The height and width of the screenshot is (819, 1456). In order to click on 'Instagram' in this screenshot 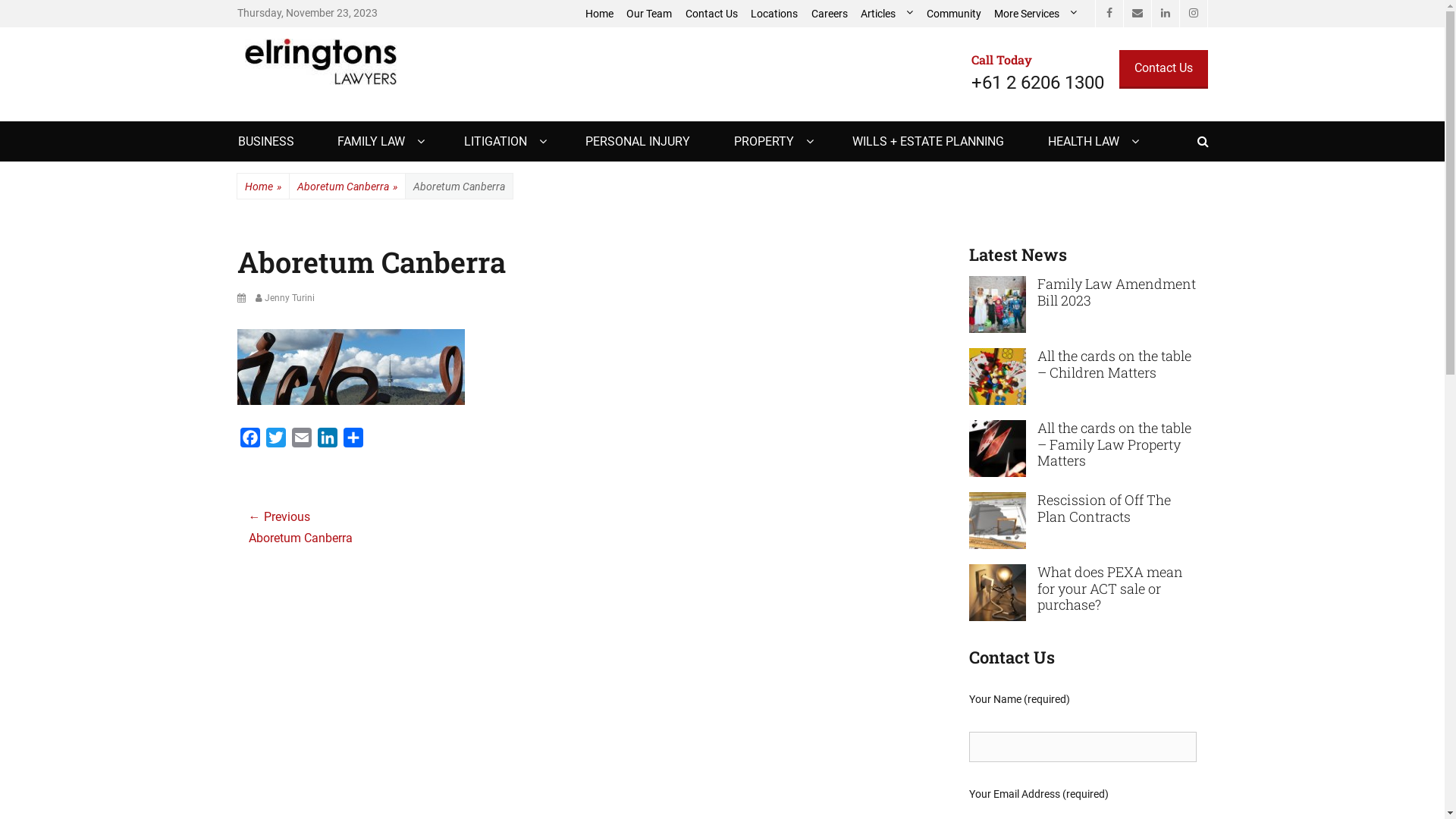, I will do `click(1192, 14)`.